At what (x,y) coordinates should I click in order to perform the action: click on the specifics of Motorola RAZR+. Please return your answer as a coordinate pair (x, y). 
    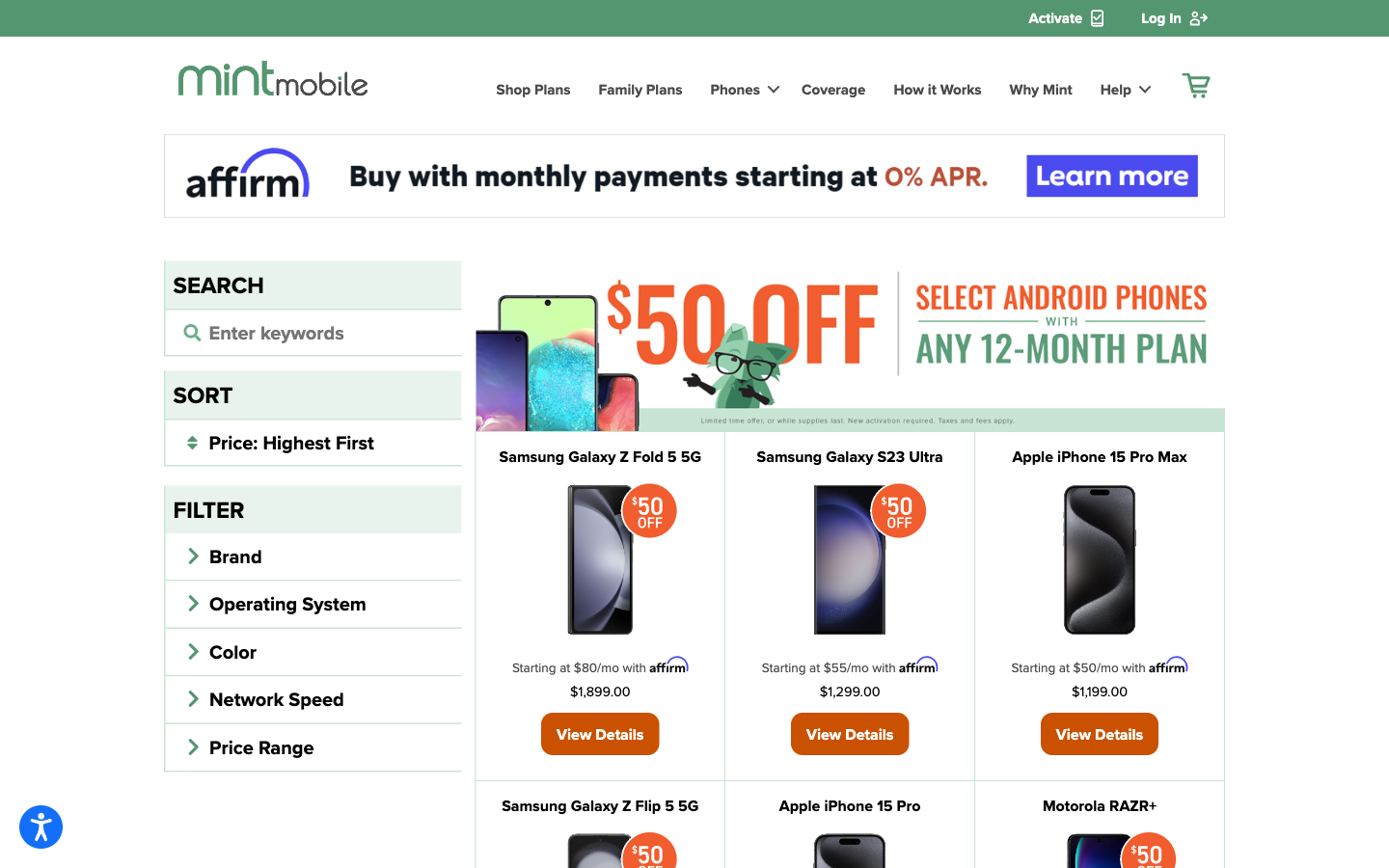
    Looking at the image, I should click on (1099, 805).